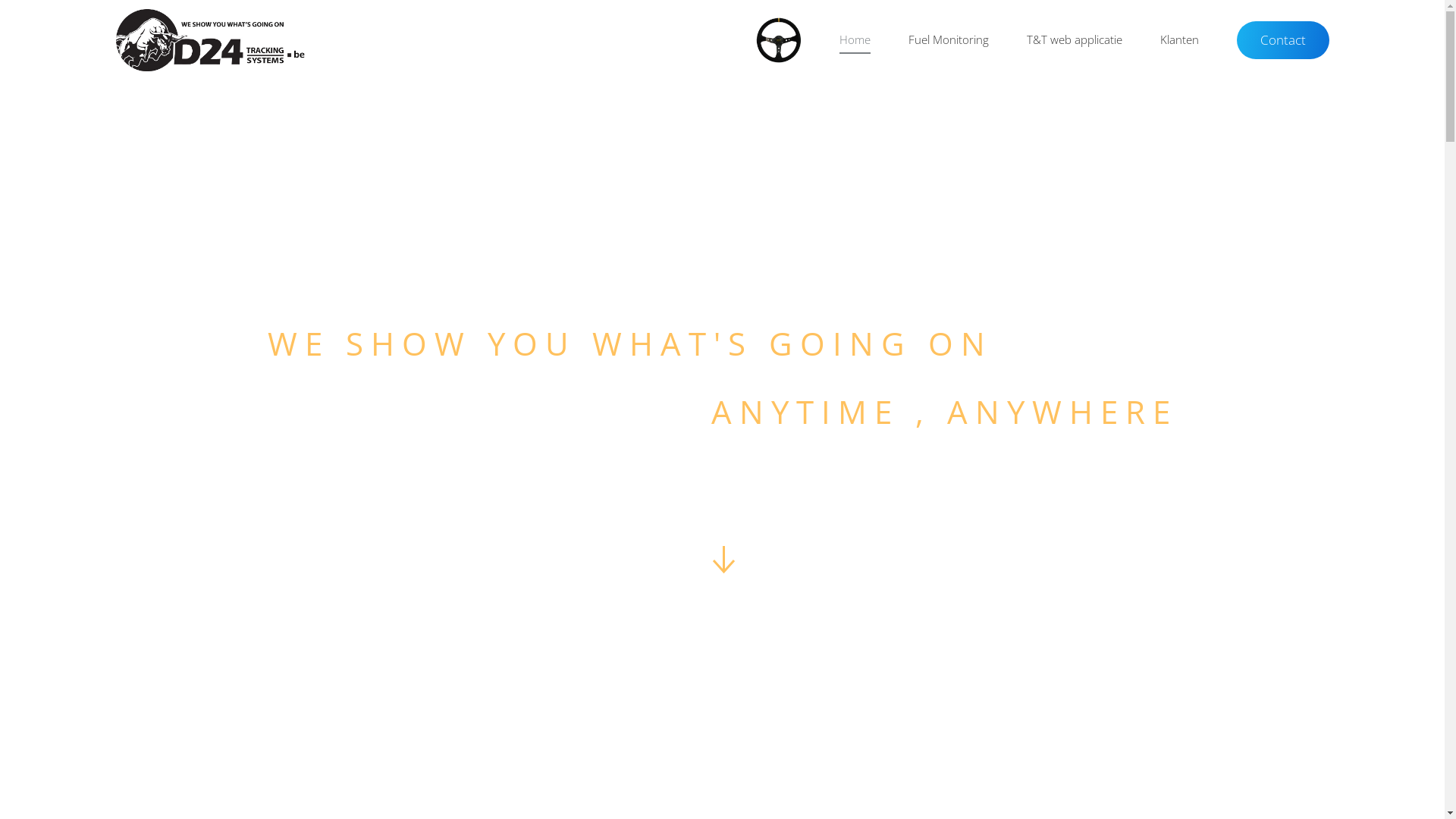 The height and width of the screenshot is (819, 1456). Describe the element at coordinates (819, 39) in the screenshot. I see `'Home'` at that location.